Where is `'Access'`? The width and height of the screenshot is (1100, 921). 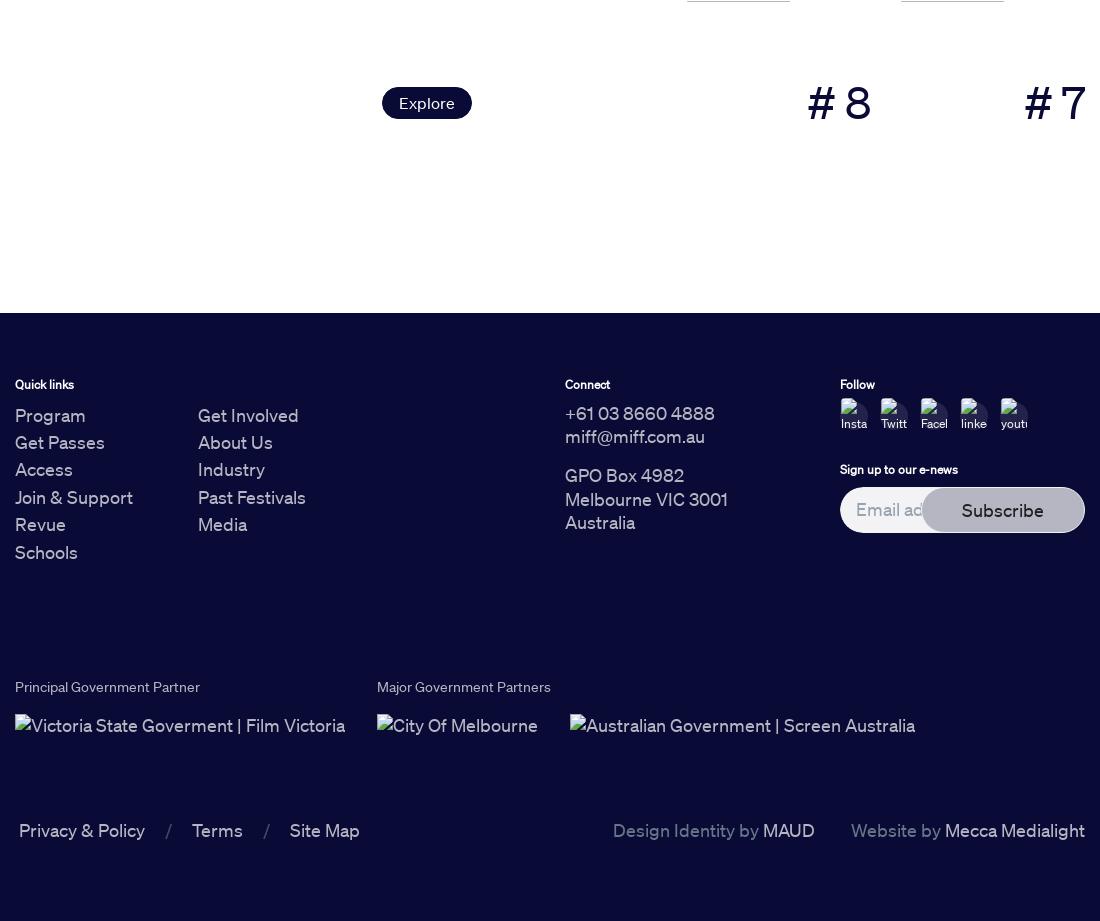 'Access' is located at coordinates (43, 467).